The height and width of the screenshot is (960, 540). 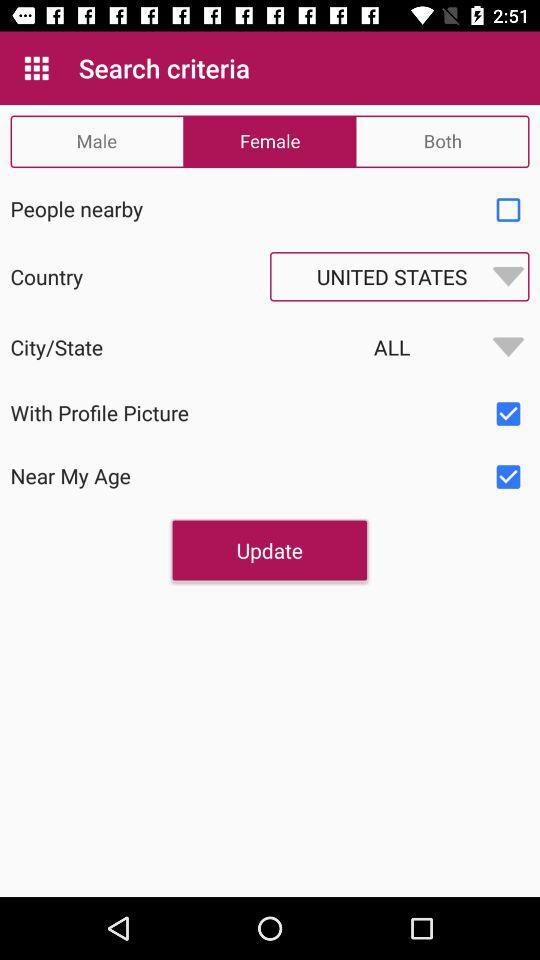 What do you see at coordinates (269, 550) in the screenshot?
I see `icon below with profile picture item` at bounding box center [269, 550].